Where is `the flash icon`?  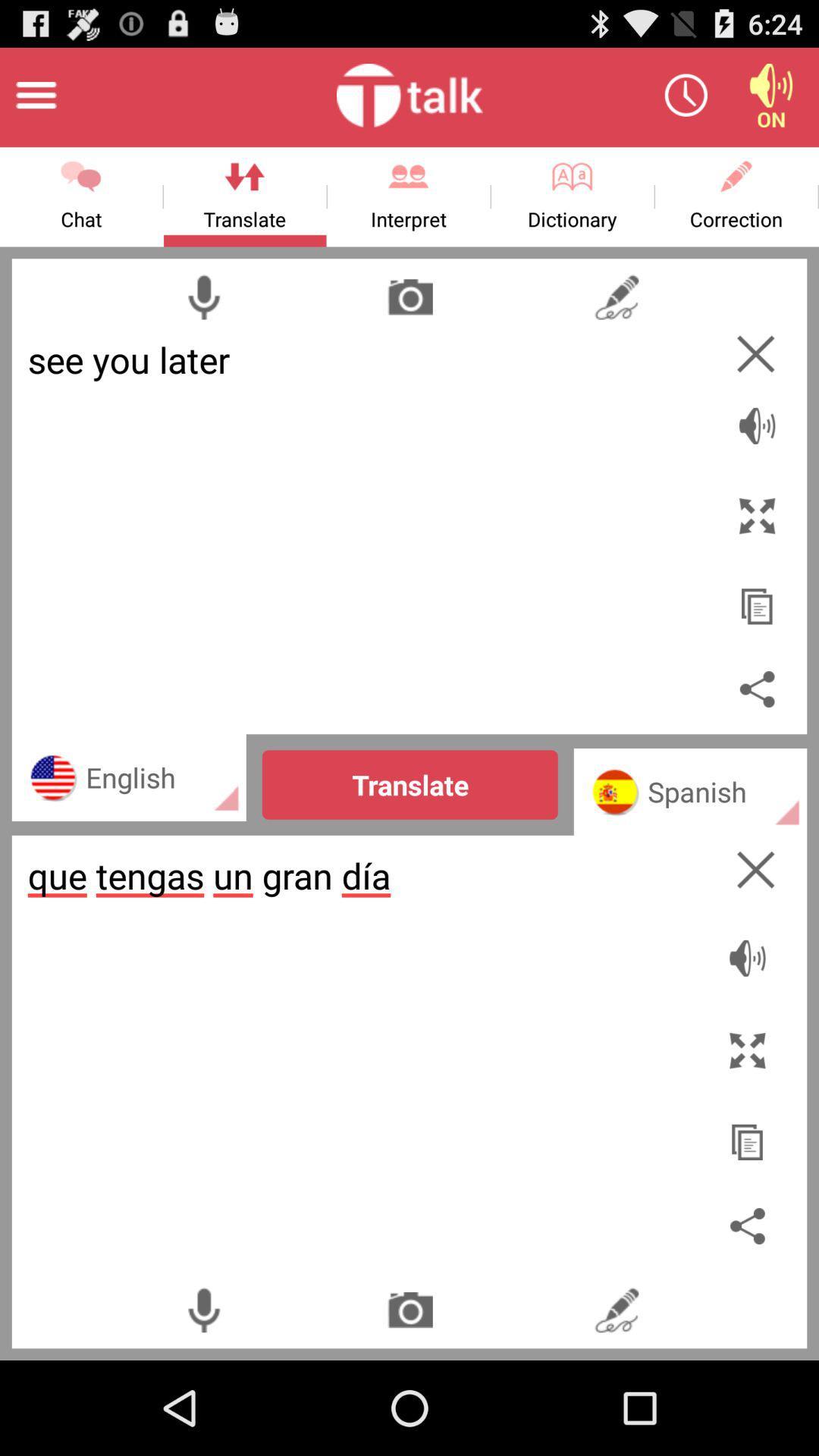 the flash icon is located at coordinates (617, 317).